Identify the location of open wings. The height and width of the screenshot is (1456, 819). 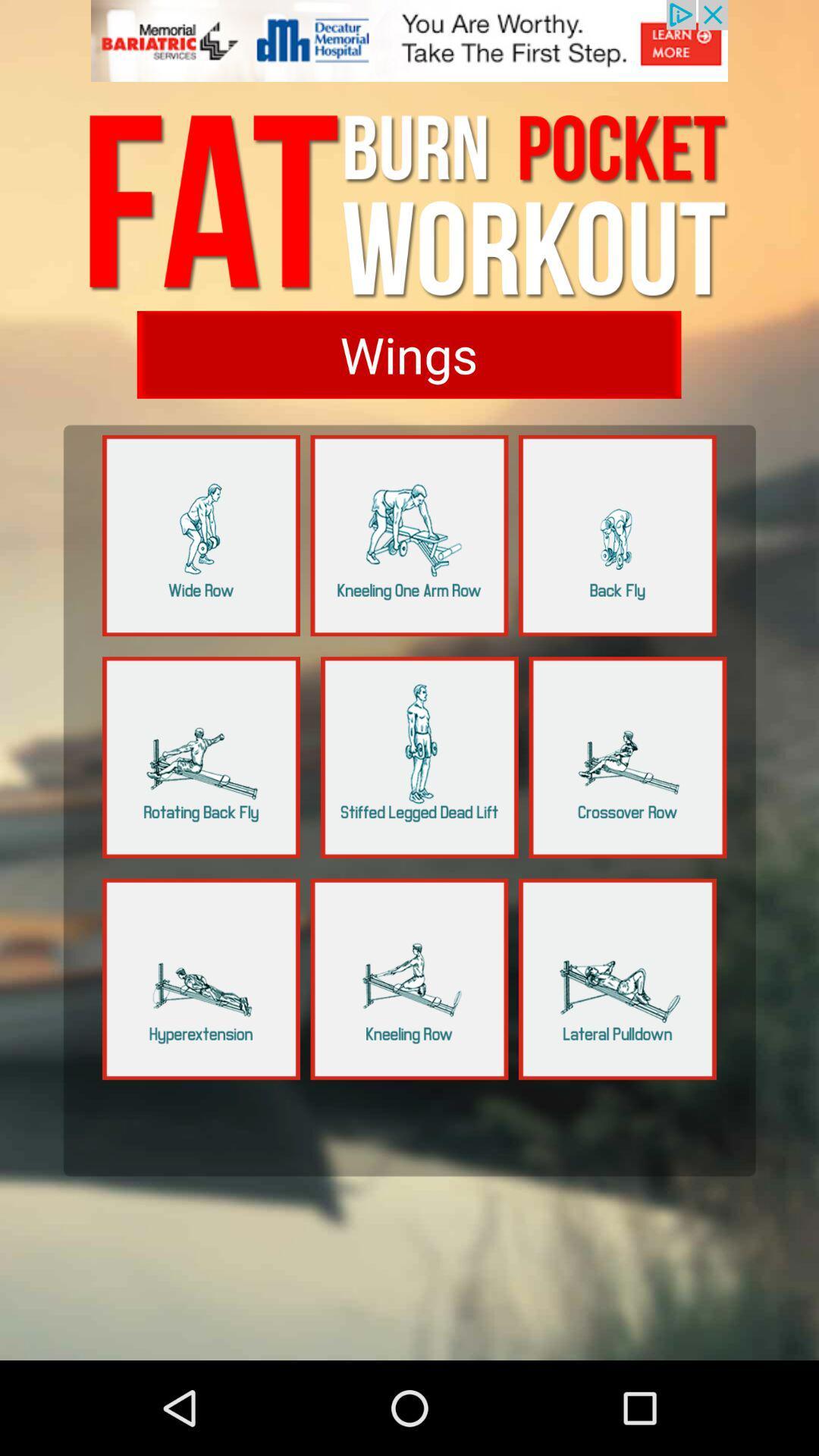
(408, 353).